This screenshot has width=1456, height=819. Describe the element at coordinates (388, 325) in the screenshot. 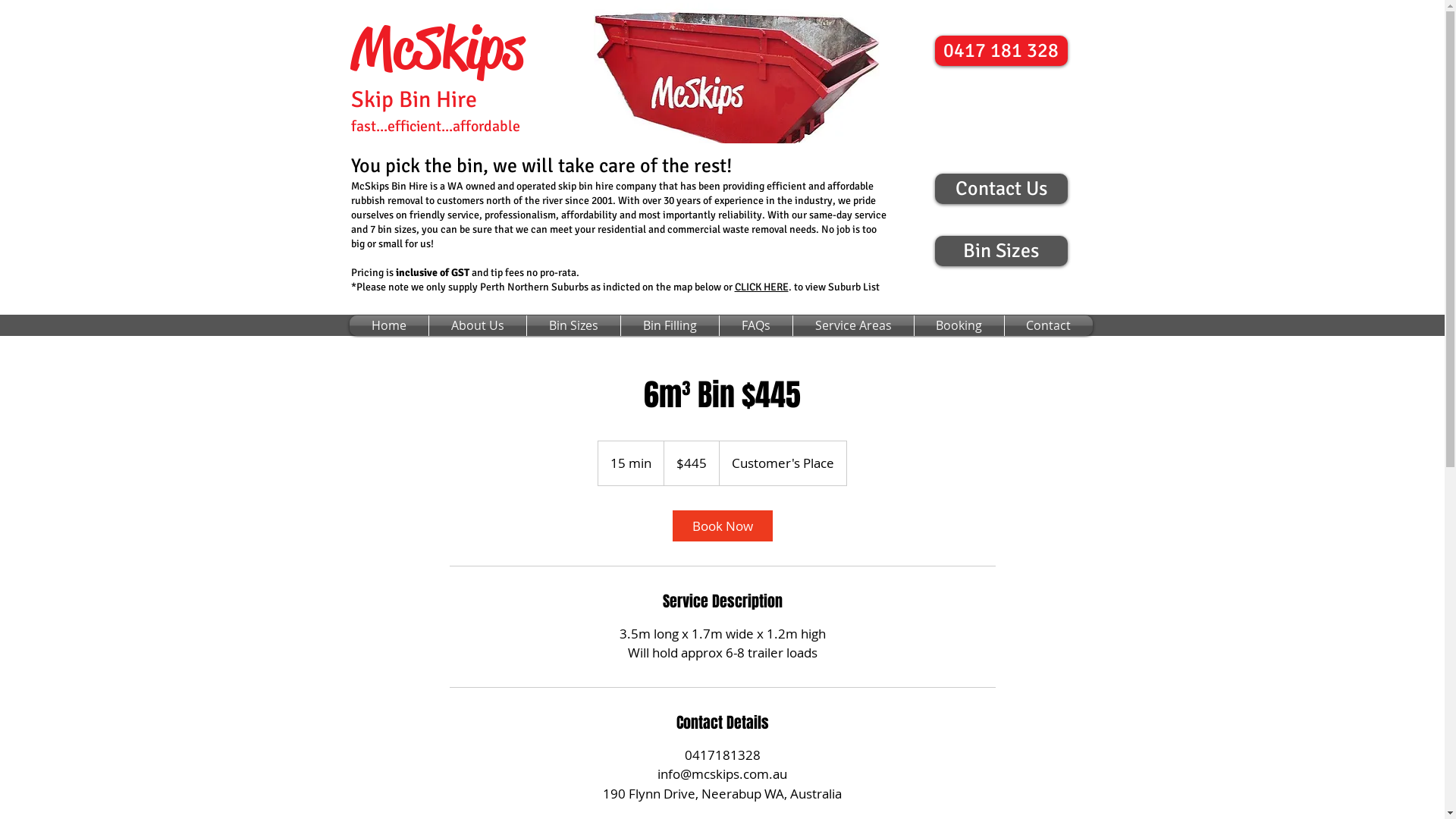

I see `'Home'` at that location.